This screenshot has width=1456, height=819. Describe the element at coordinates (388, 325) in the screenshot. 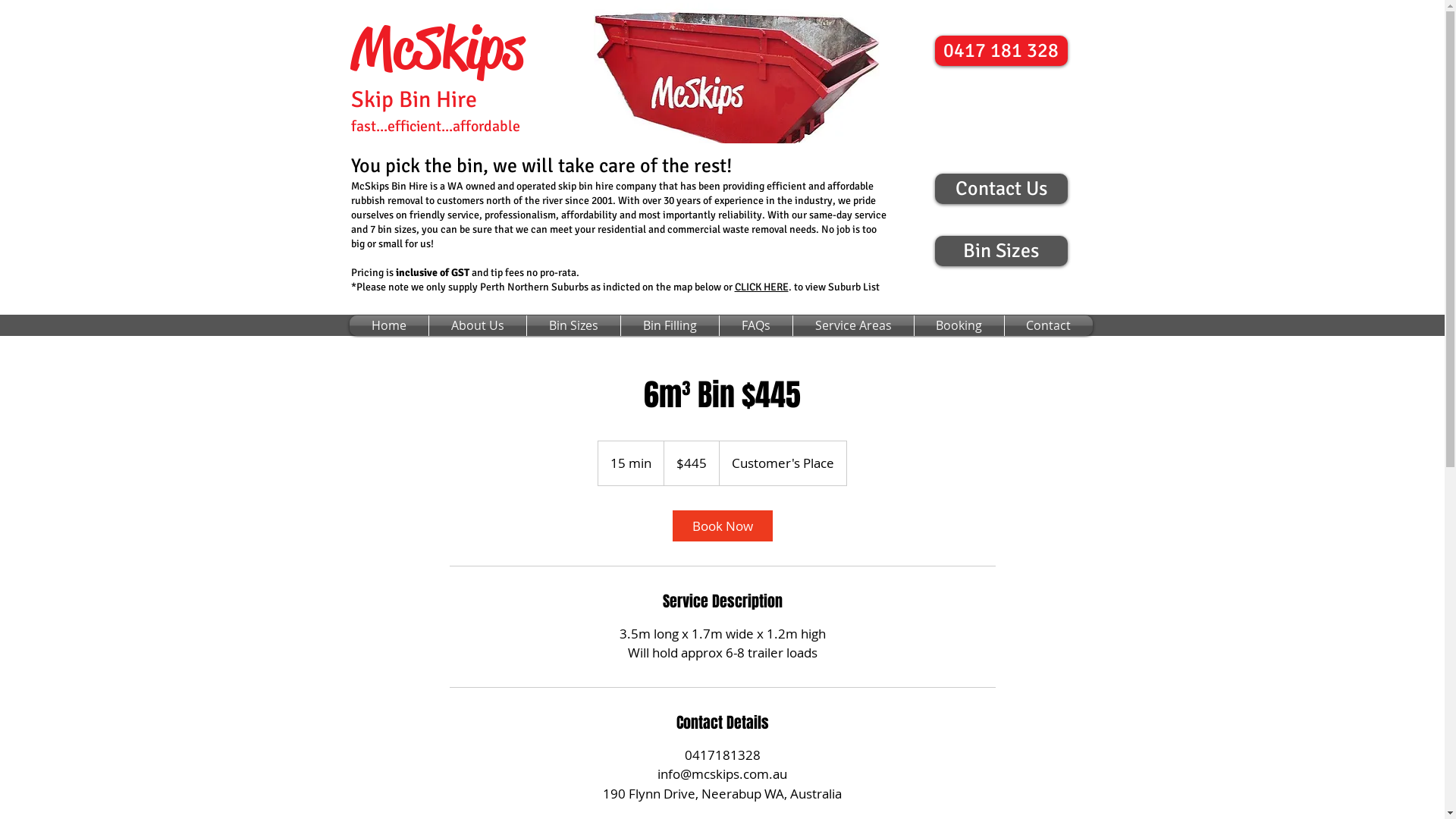

I see `'Home'` at that location.